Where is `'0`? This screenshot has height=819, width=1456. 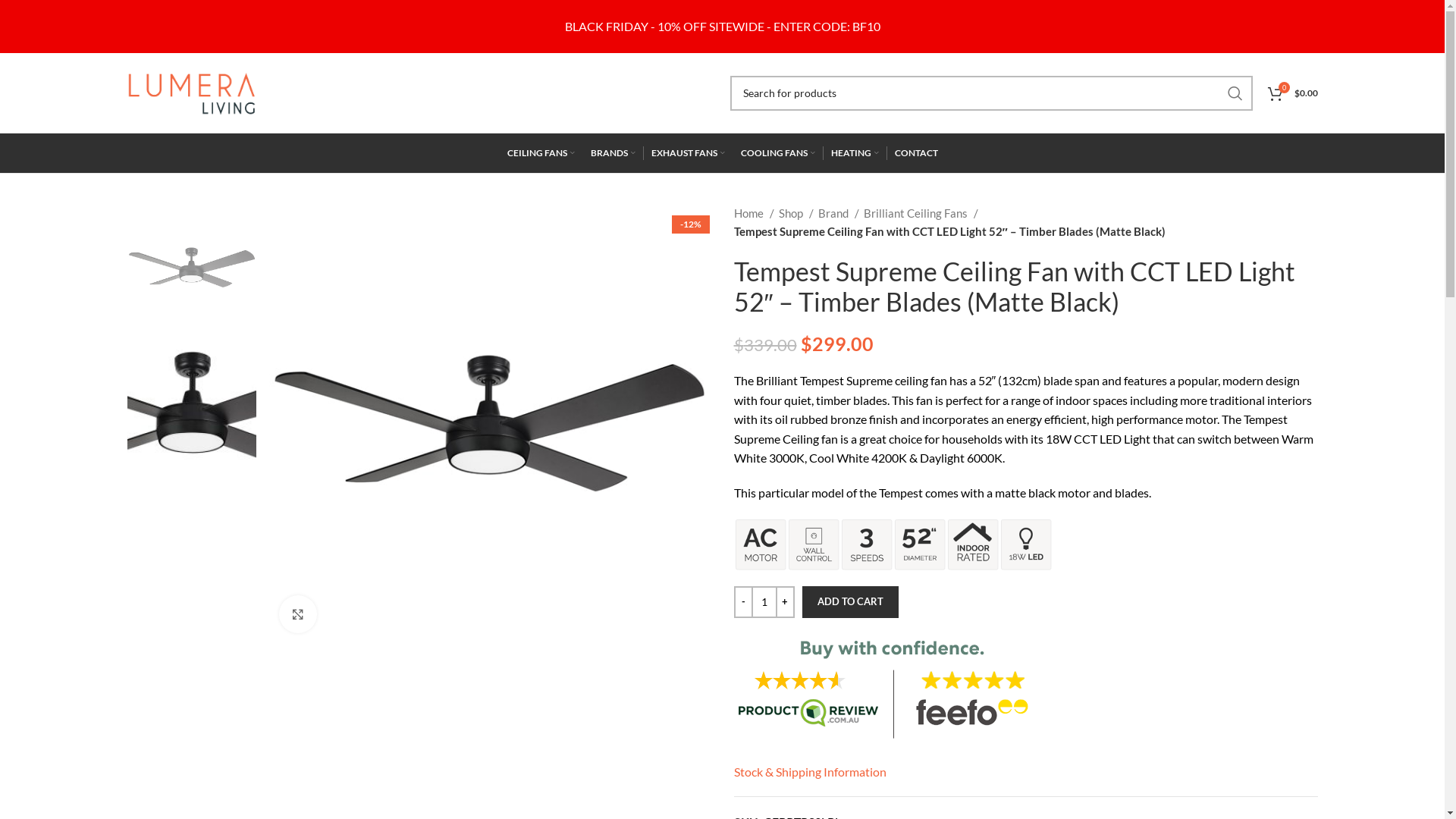 '0 is located at coordinates (1291, 93).